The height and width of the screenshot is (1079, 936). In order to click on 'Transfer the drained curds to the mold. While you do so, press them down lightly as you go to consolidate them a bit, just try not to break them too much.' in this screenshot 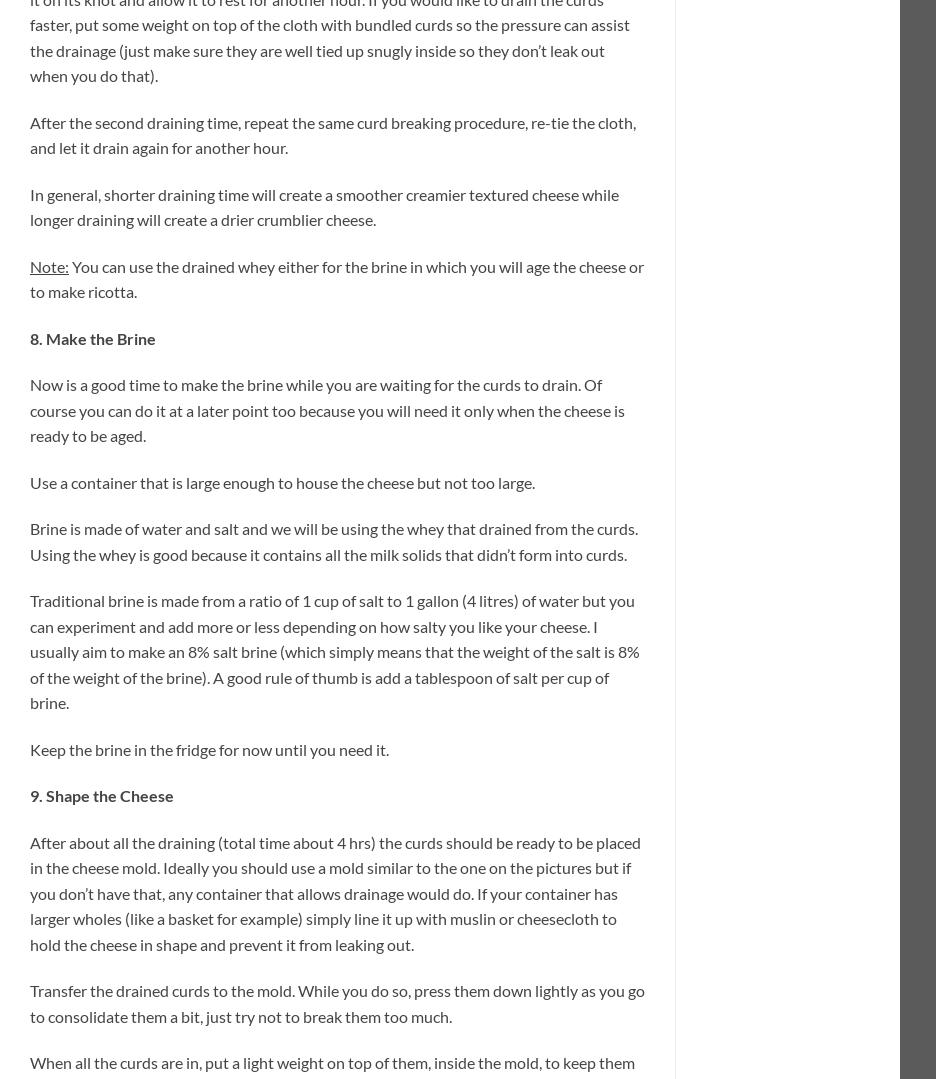, I will do `click(336, 1003)`.